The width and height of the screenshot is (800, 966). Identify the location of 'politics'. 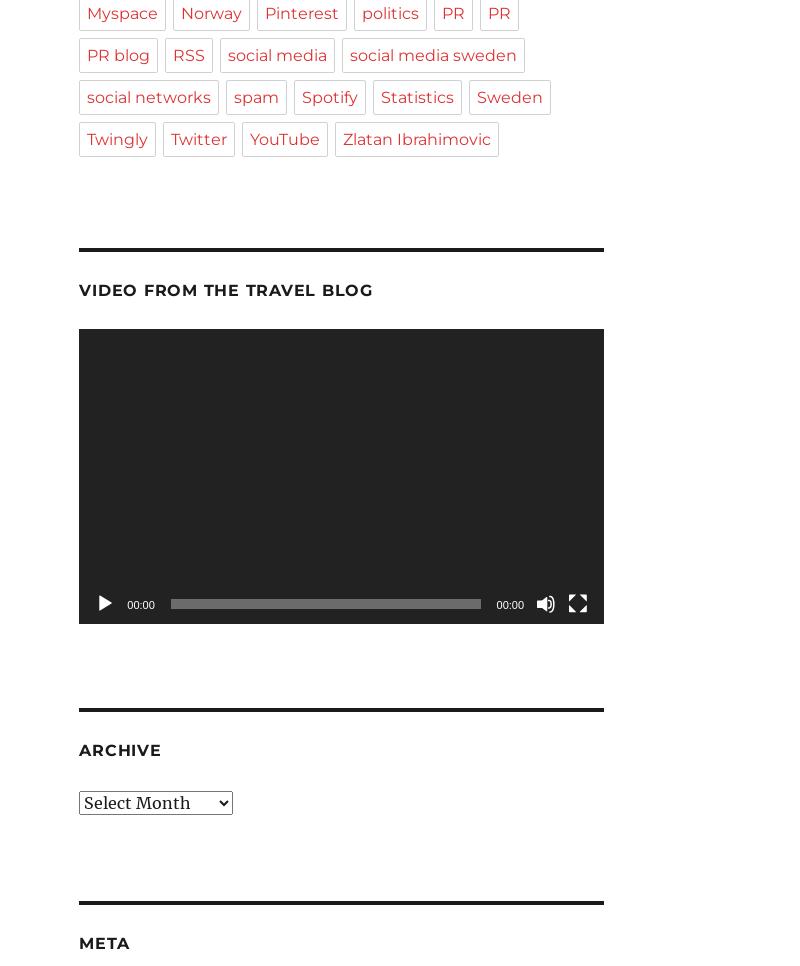
(389, 12).